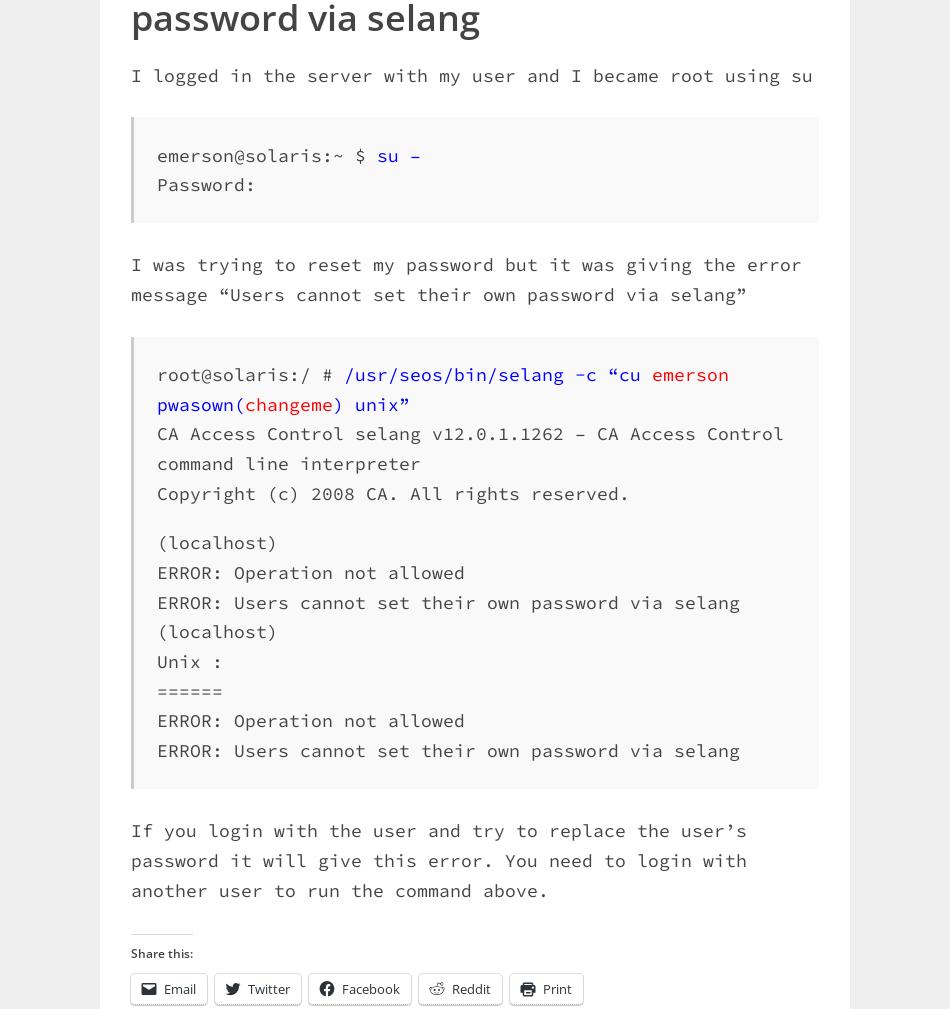 The width and height of the screenshot is (950, 1009). I want to click on 'emerson@solaris:~ $', so click(157, 153).